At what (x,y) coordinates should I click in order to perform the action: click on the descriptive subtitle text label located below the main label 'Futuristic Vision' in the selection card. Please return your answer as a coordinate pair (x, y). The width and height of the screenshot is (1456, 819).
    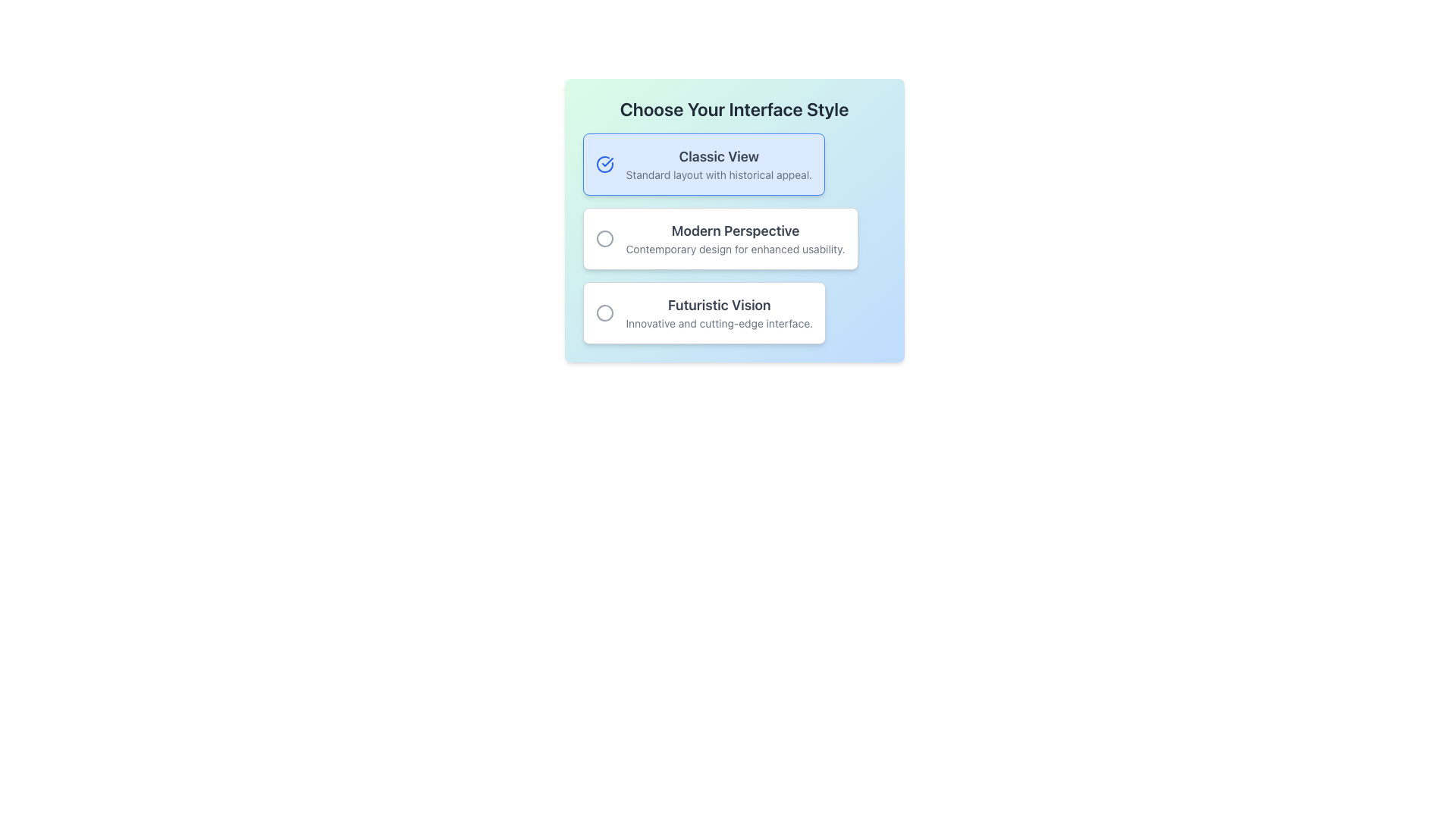
    Looking at the image, I should click on (718, 323).